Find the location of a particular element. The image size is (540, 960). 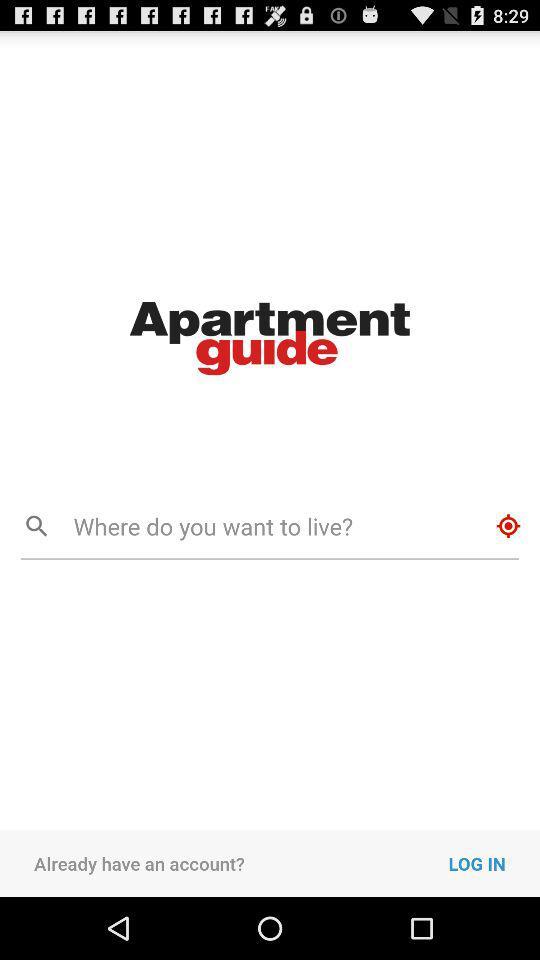

log in item is located at coordinates (493, 862).